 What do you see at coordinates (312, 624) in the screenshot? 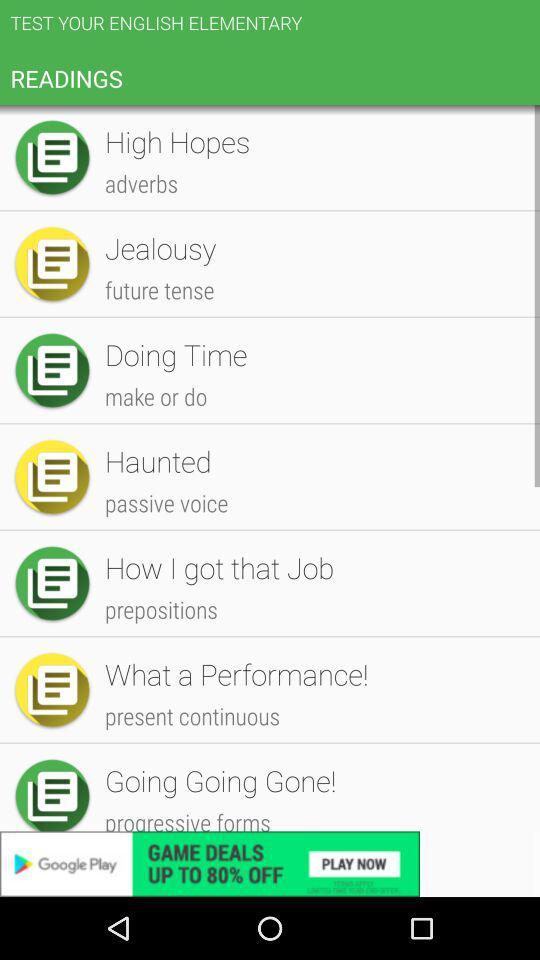
I see `the hangman item` at bounding box center [312, 624].